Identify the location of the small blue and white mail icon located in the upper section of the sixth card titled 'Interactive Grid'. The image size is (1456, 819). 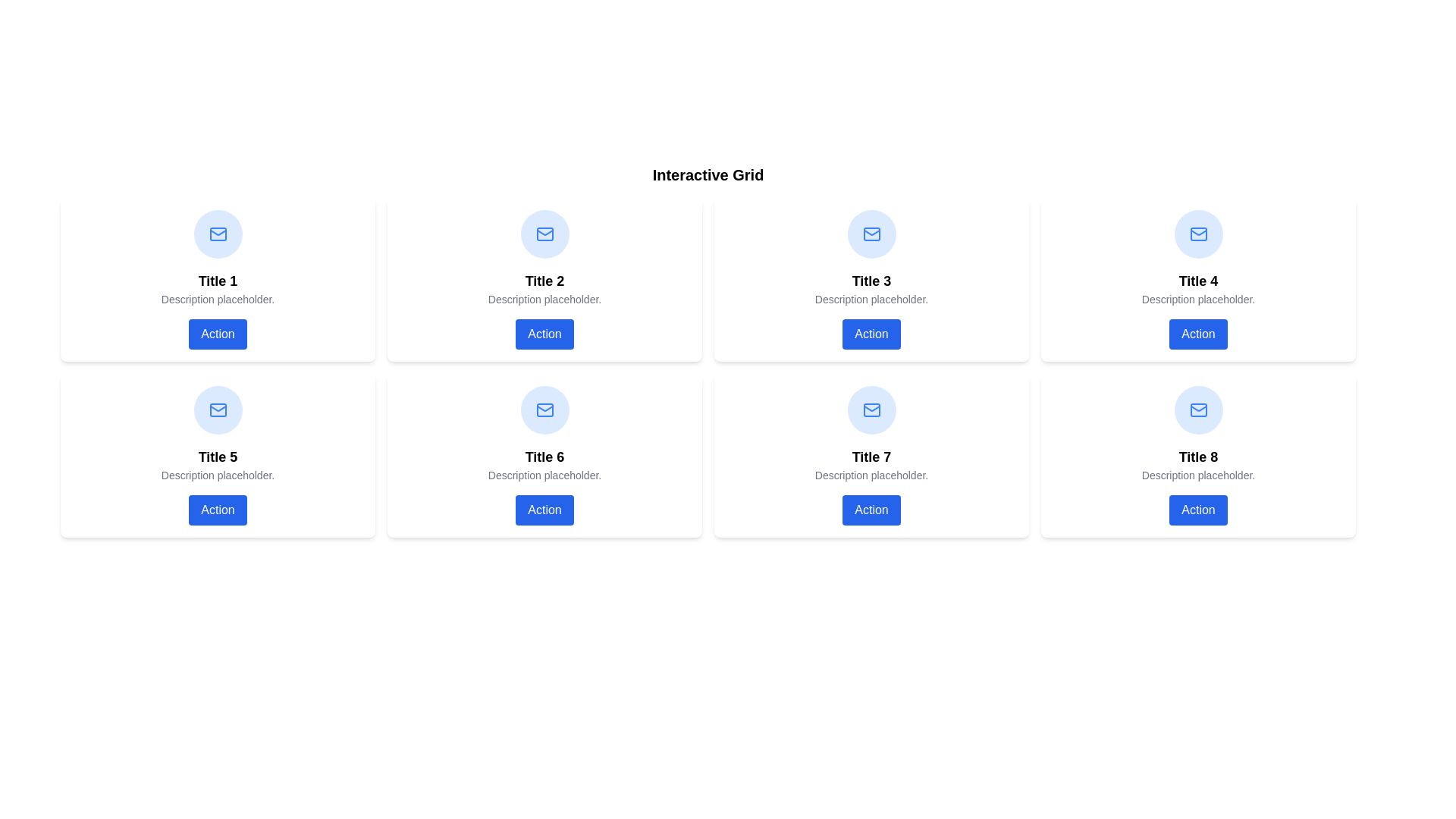
(544, 409).